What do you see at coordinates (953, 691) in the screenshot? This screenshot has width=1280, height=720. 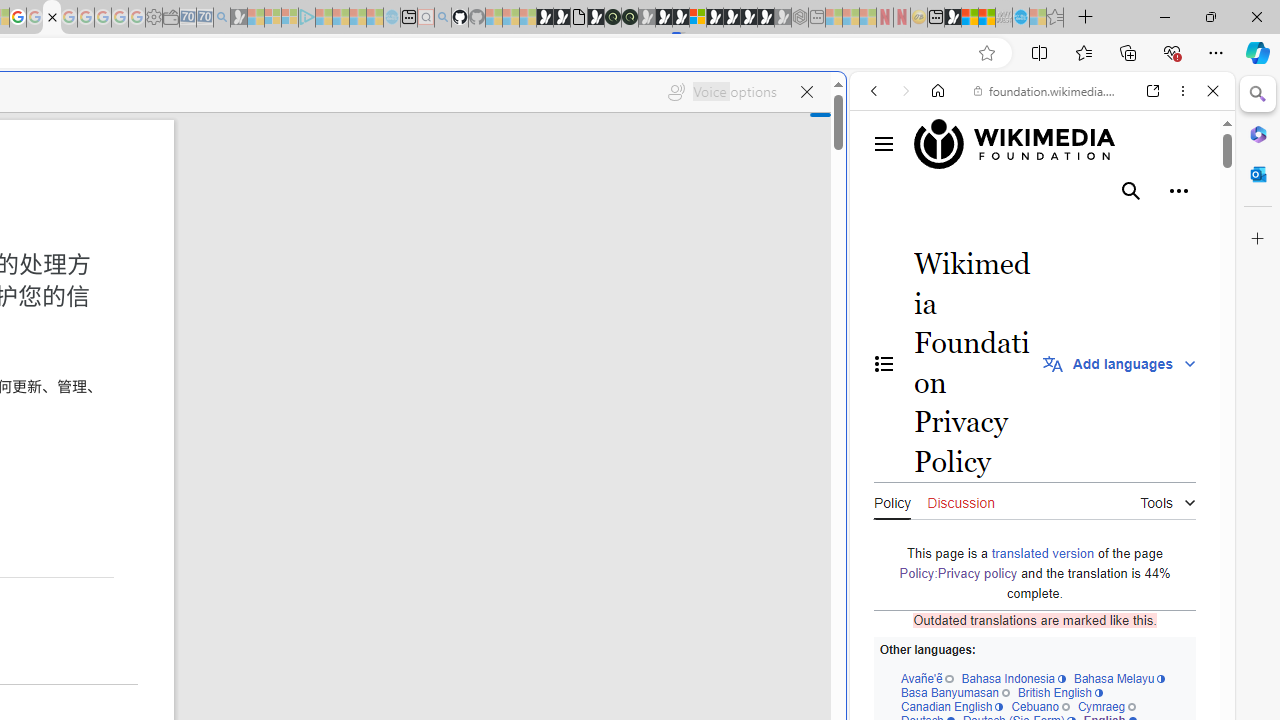 I see `'Basa Banyumasan'` at bounding box center [953, 691].